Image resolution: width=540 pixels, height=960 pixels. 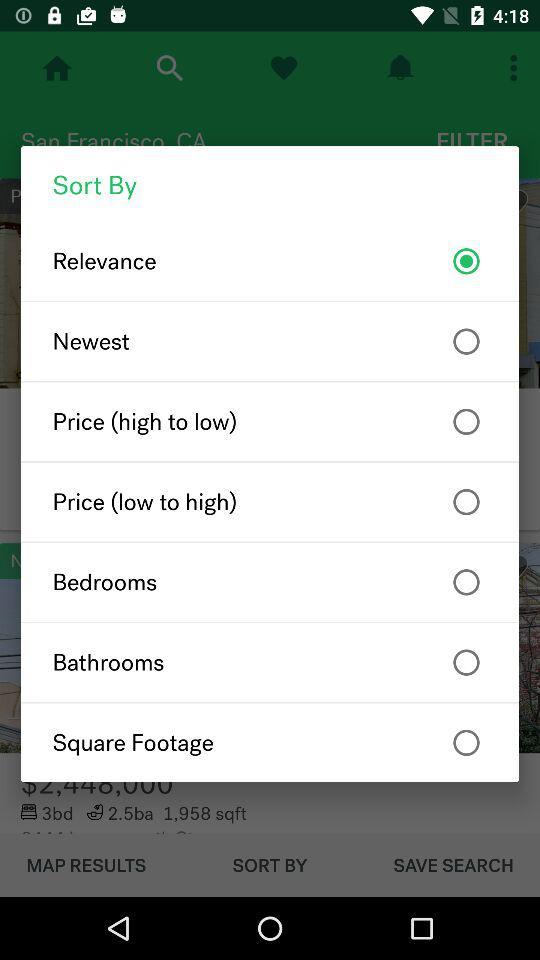 What do you see at coordinates (270, 582) in the screenshot?
I see `bedrooms item` at bounding box center [270, 582].